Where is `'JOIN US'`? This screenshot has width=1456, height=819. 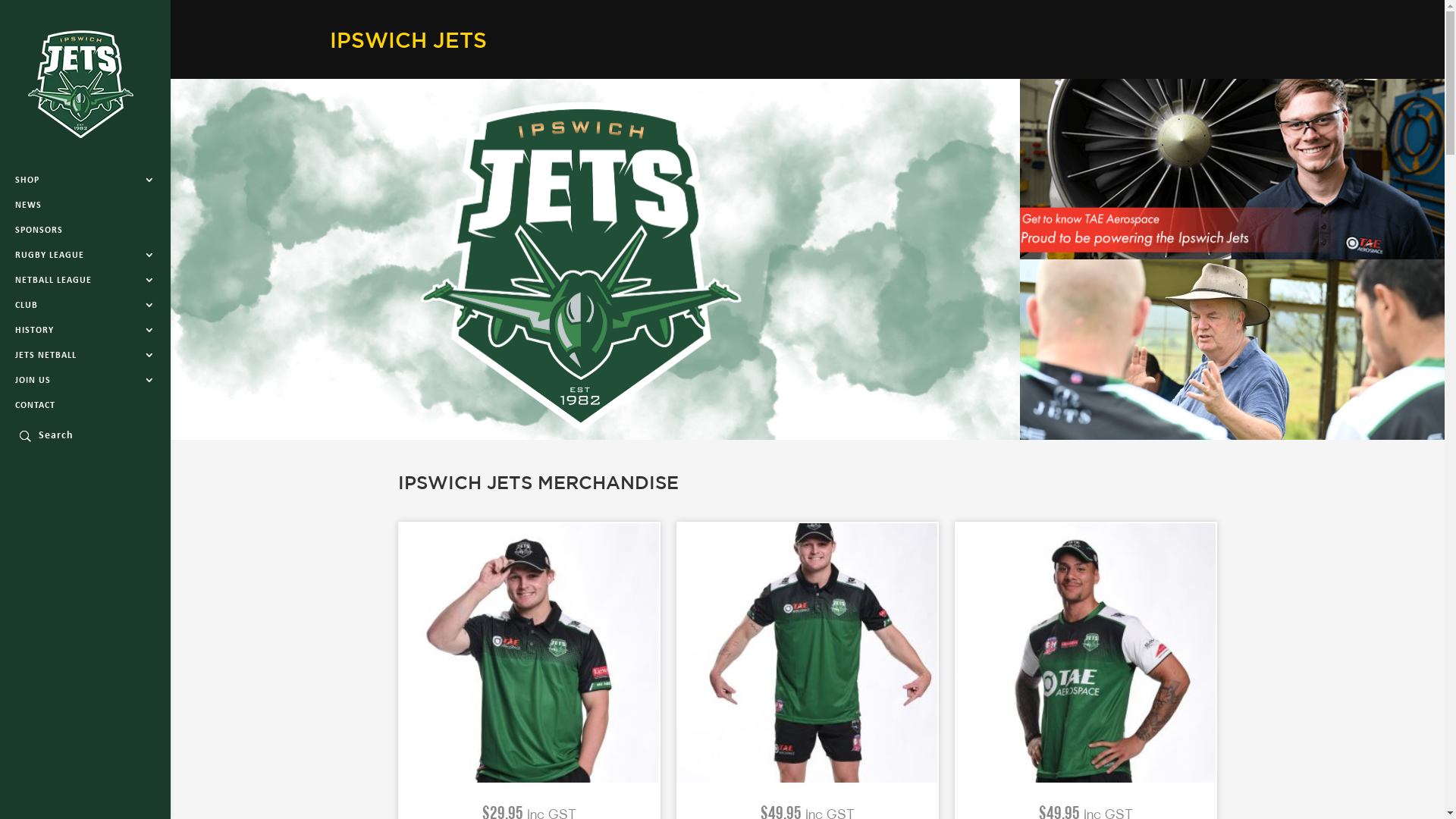 'JOIN US' is located at coordinates (84, 379).